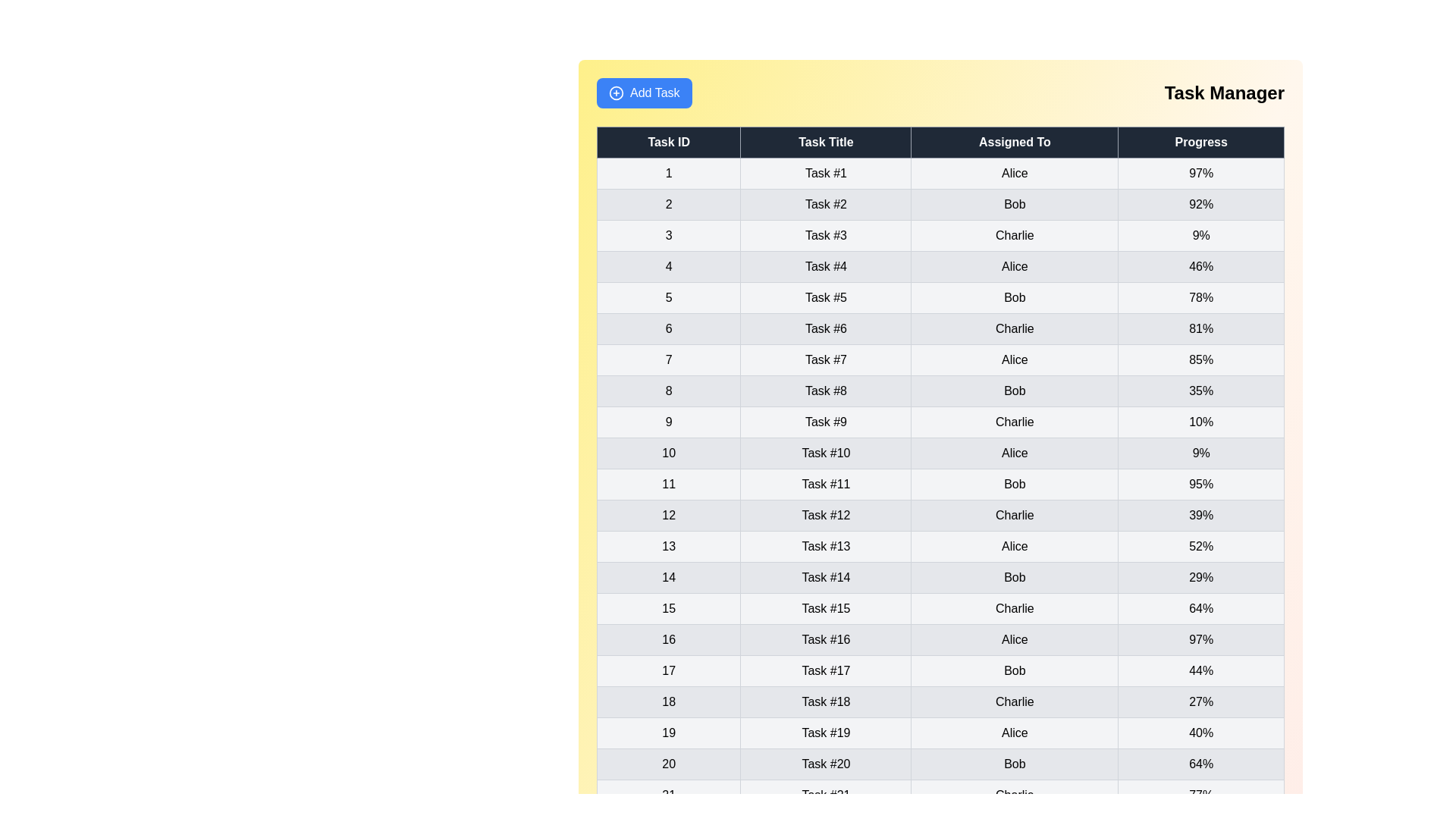  I want to click on the column header to sort the table by Progress, so click(1200, 143).